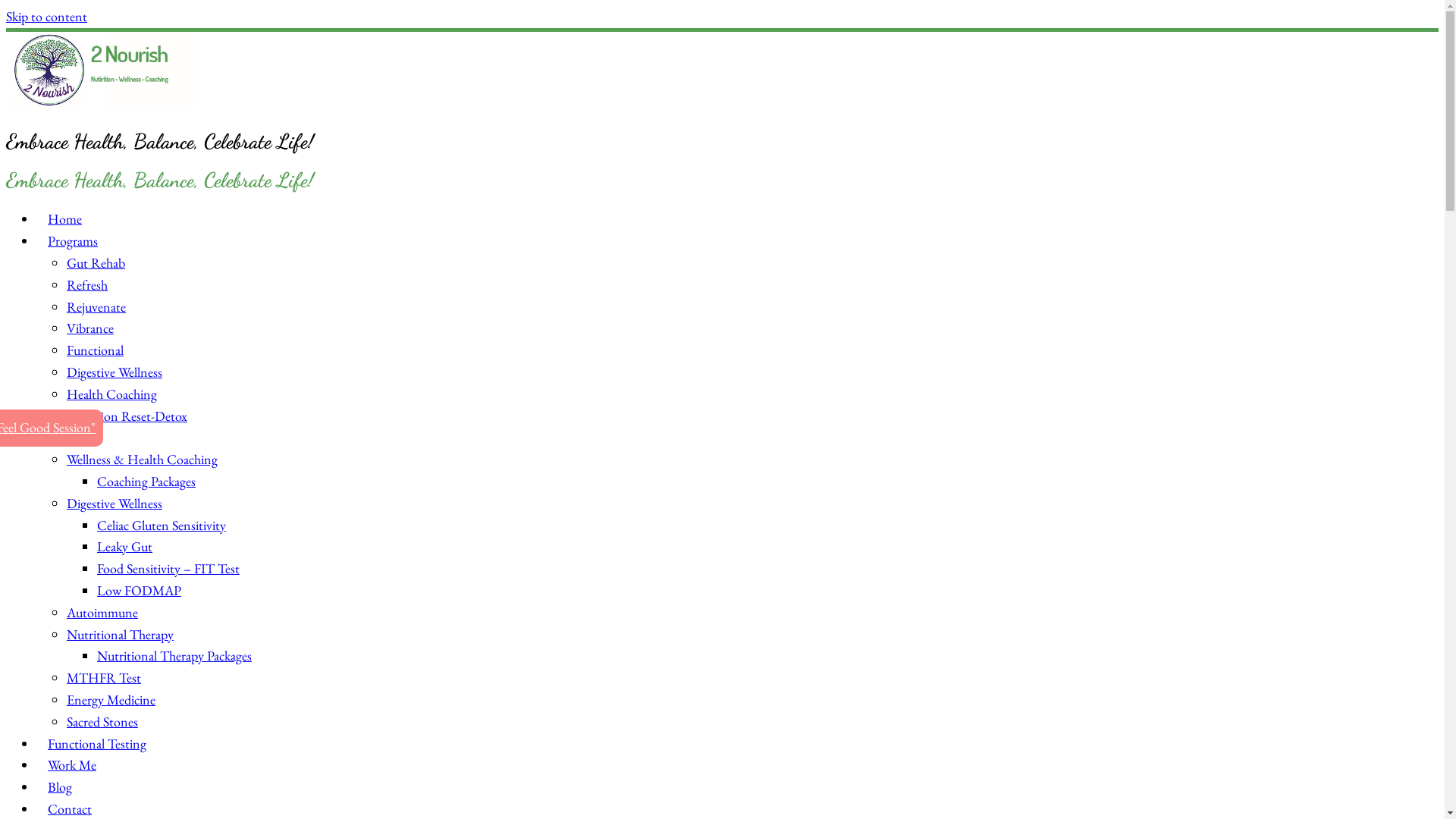 This screenshot has width=1456, height=819. What do you see at coordinates (146, 481) in the screenshot?
I see `'Coaching Packages'` at bounding box center [146, 481].